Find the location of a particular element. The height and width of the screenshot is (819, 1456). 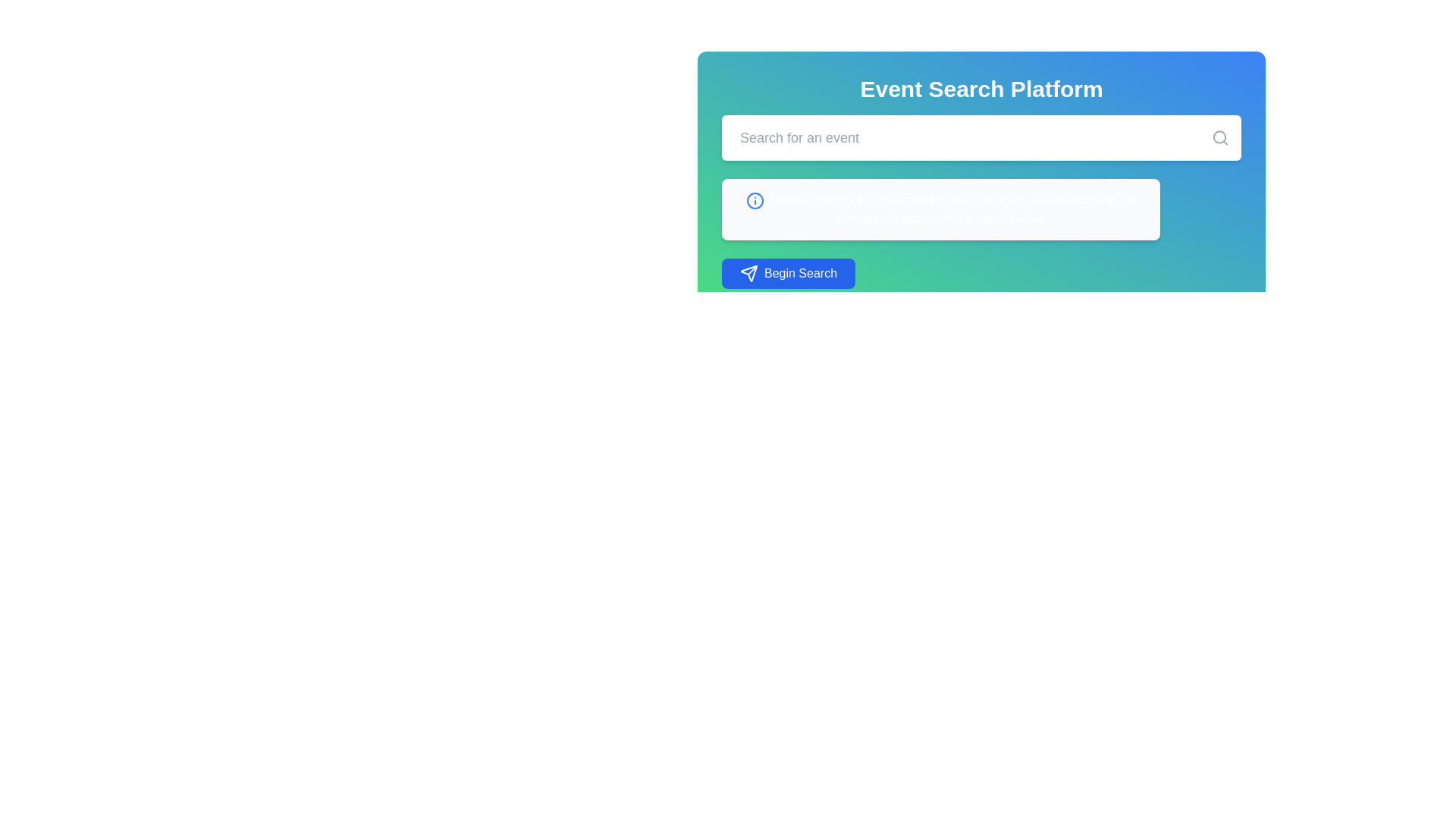

the 'Begin Search' button, which is a rounded rectangle with a vivid blue background and white text is located at coordinates (789, 273).